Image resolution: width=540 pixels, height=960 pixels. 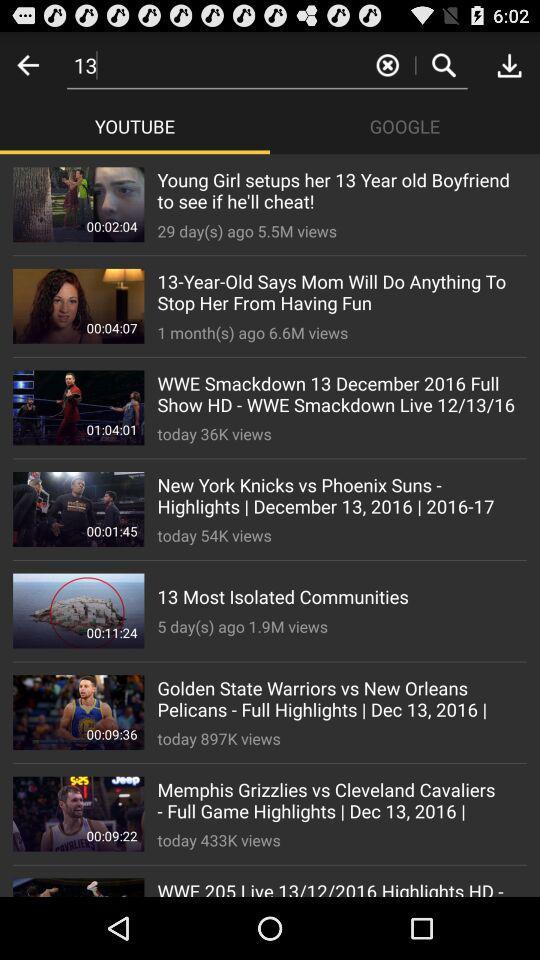 I want to click on search this site, so click(x=443, y=64).